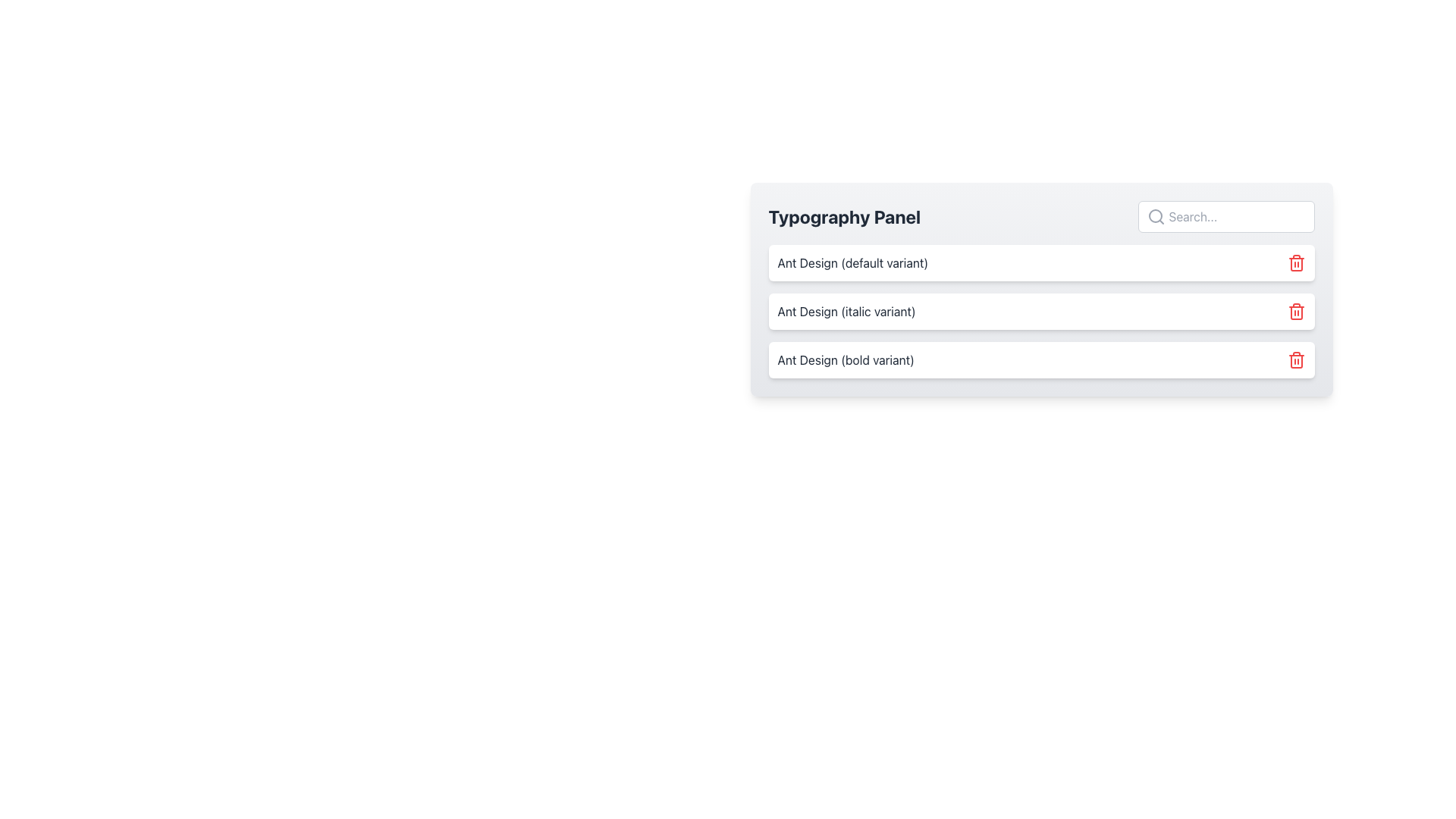 The height and width of the screenshot is (819, 1456). Describe the element at coordinates (845, 359) in the screenshot. I see `informational text label displaying 'Ant Design (bold variant)' at the bottom of the Typography Panel, located just below the italic variant label` at that location.